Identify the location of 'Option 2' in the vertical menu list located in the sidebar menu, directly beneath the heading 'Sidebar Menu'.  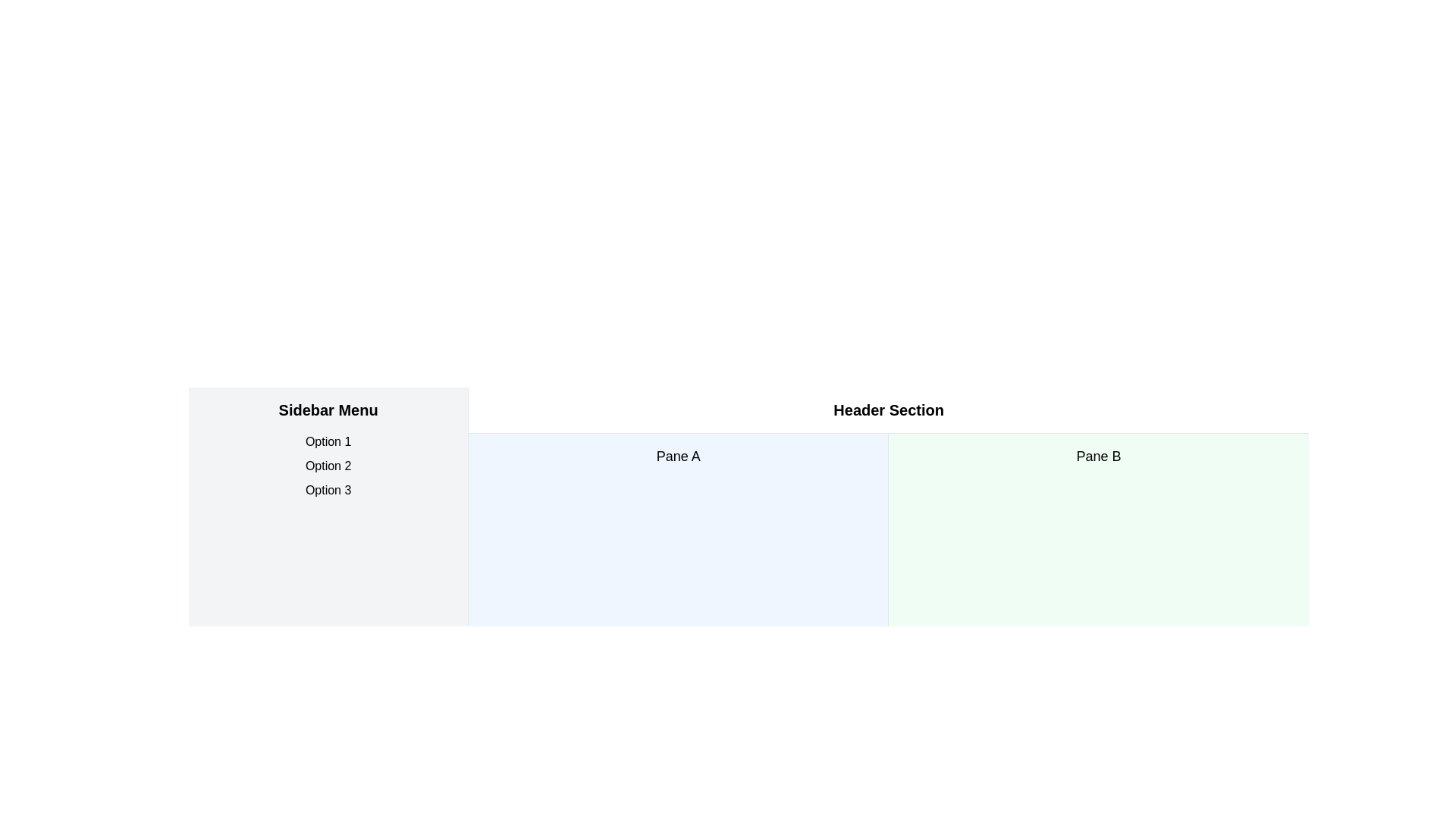
(328, 465).